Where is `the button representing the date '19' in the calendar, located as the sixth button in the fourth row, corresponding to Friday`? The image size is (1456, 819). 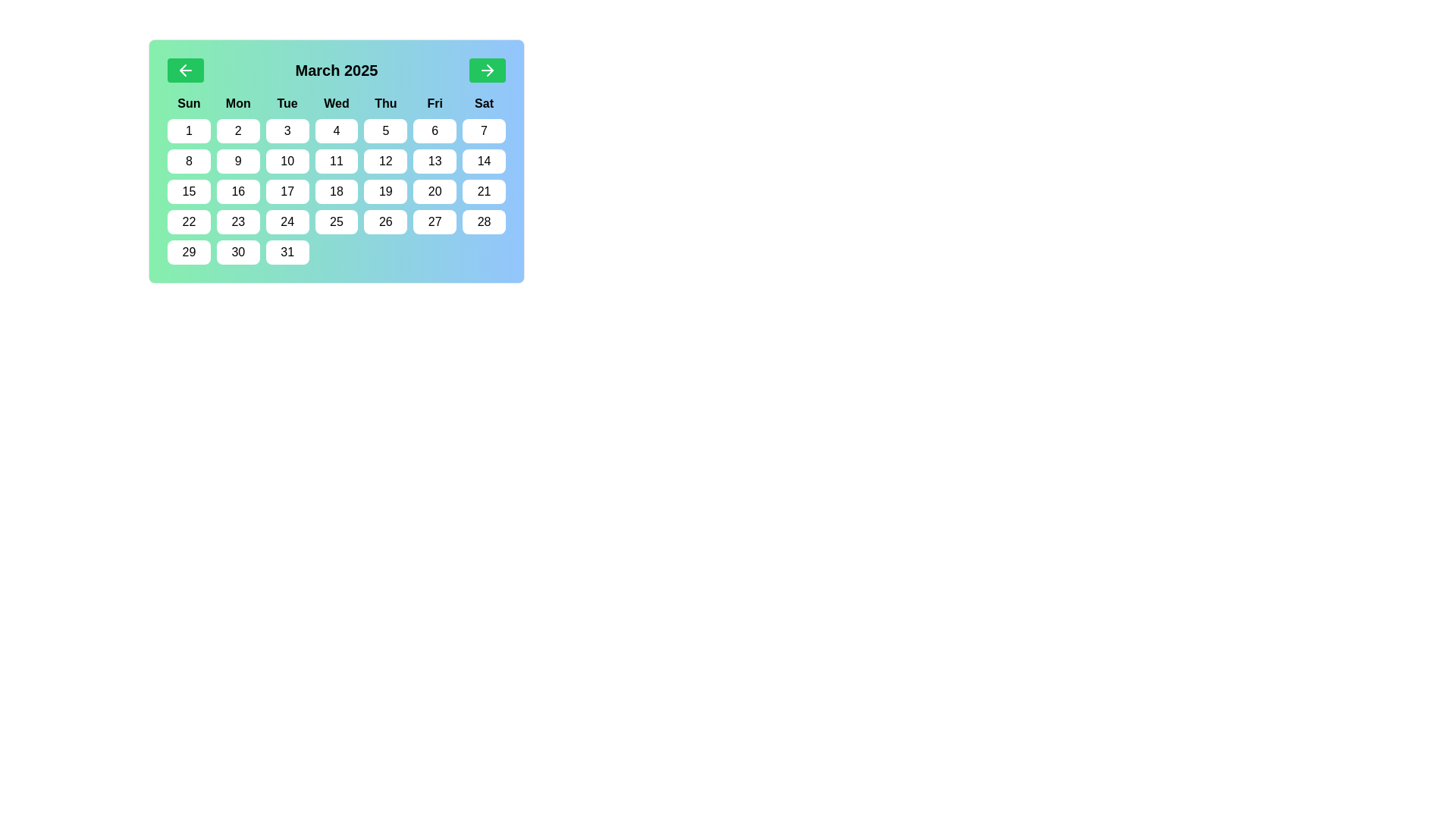
the button representing the date '19' in the calendar, located as the sixth button in the fourth row, corresponding to Friday is located at coordinates (385, 191).